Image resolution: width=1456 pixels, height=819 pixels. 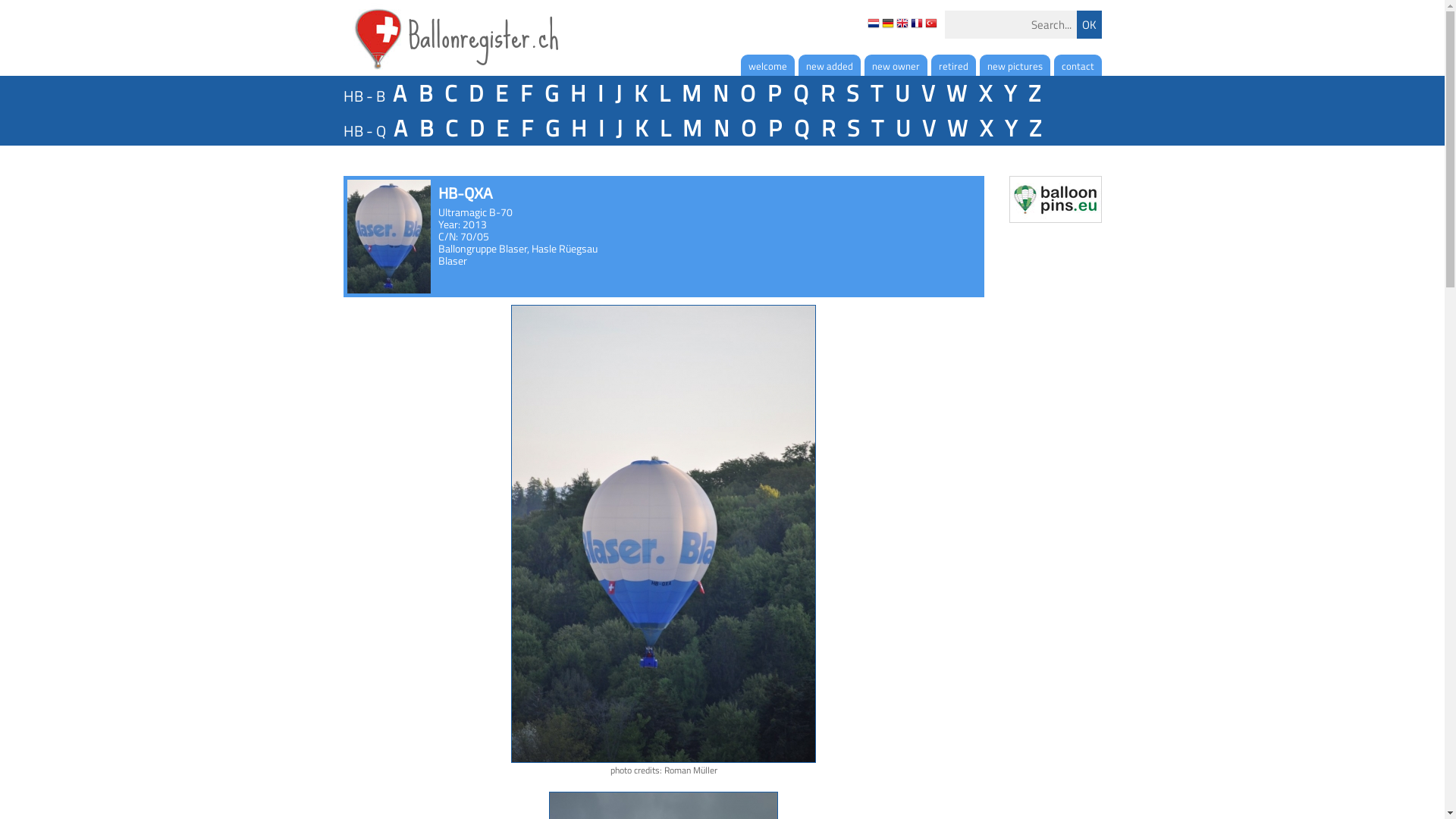 I want to click on 'J', so click(x=619, y=127).